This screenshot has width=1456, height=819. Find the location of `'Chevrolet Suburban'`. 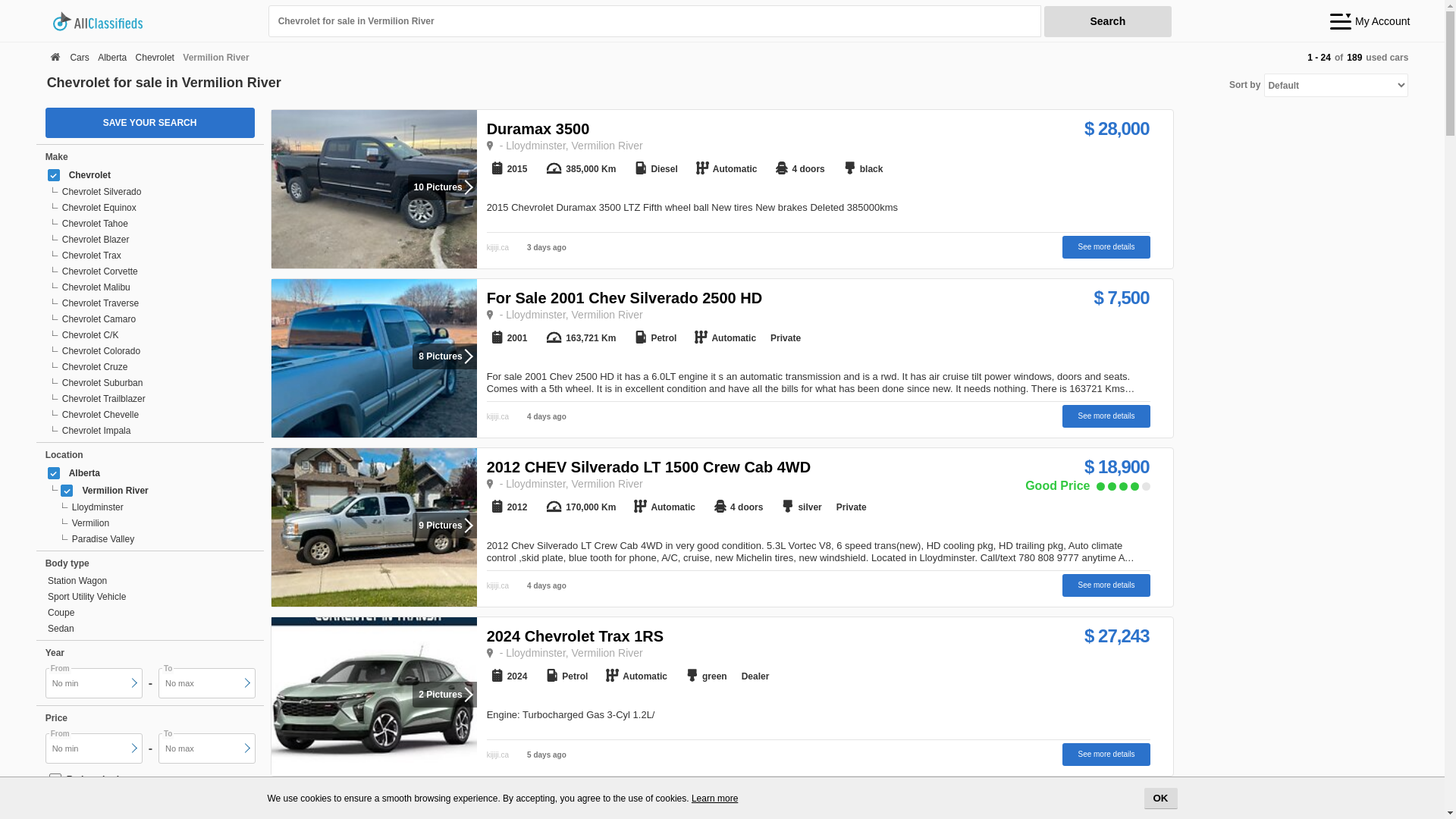

'Chevrolet Suburban' is located at coordinates (153, 382).